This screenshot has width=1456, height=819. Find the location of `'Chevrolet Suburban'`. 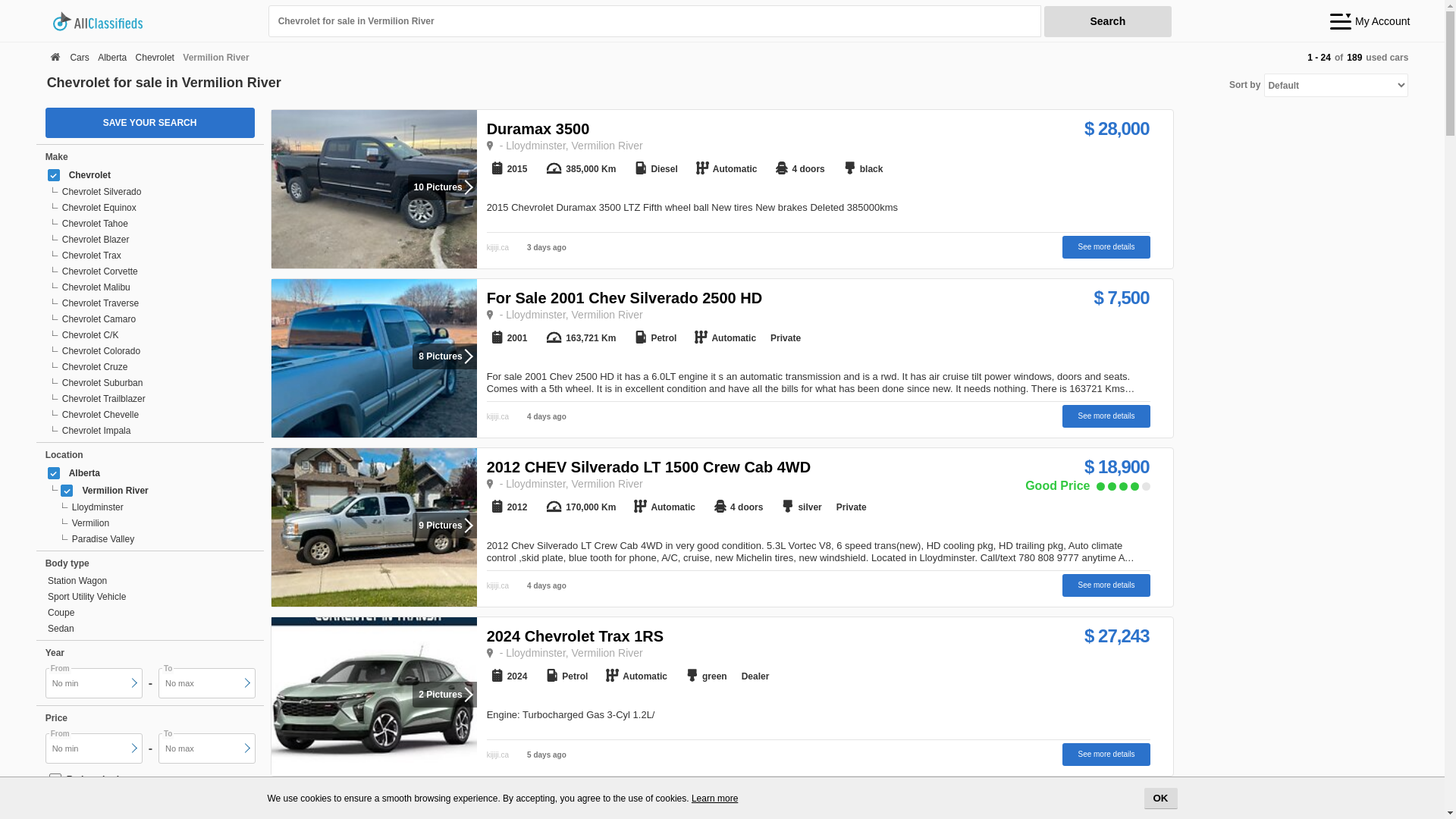

'Chevrolet Suburban' is located at coordinates (153, 382).